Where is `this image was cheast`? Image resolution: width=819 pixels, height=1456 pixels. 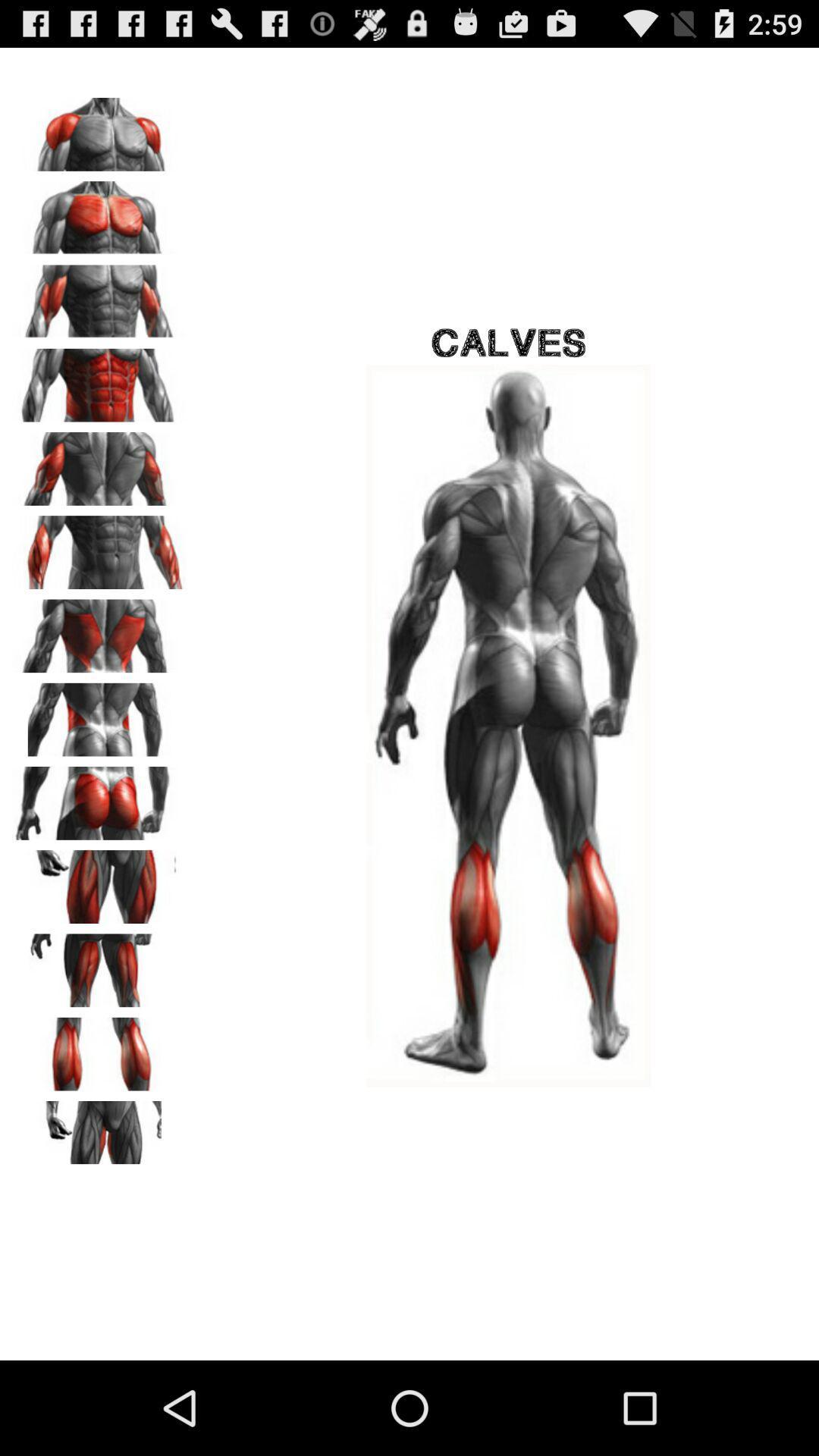 this image was cheast is located at coordinates (99, 212).